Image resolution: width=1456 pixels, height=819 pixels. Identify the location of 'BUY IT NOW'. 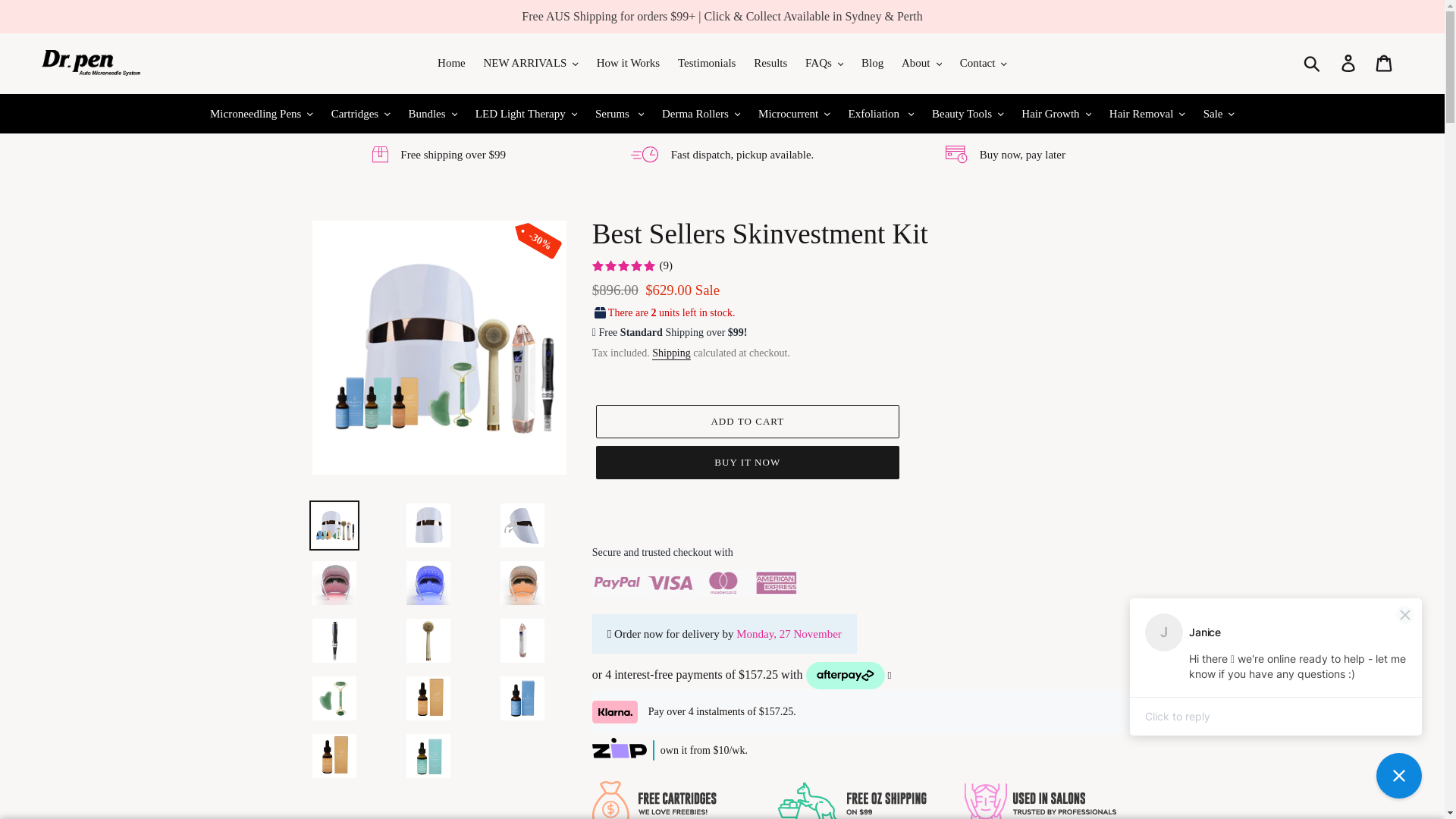
(747, 461).